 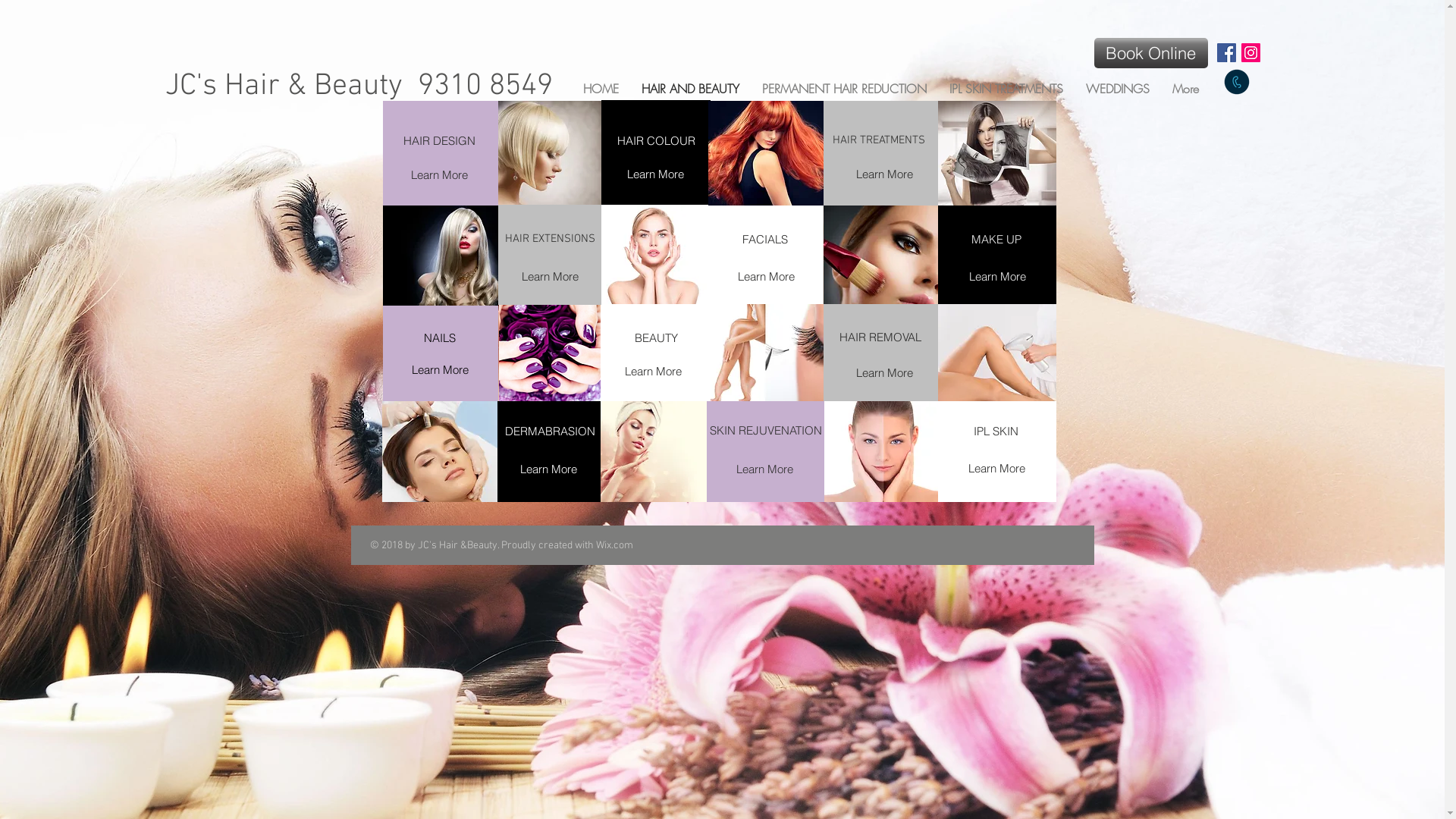 What do you see at coordinates (689, 87) in the screenshot?
I see `'HAIR AND BEAUTY'` at bounding box center [689, 87].